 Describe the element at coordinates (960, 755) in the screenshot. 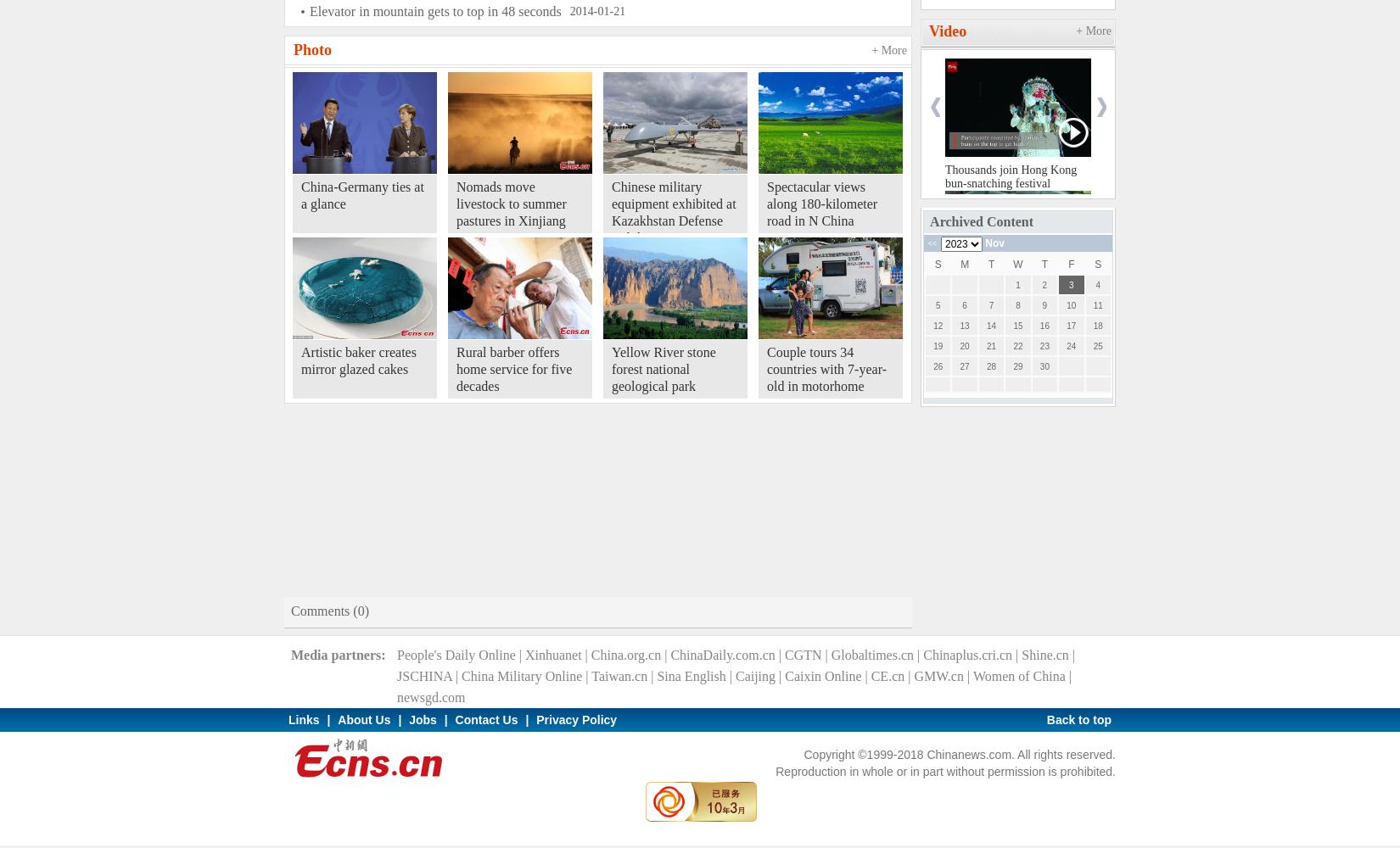

I see `'Copyright ©1999-2018
 Chinanews.com. All rights reserved.'` at that location.